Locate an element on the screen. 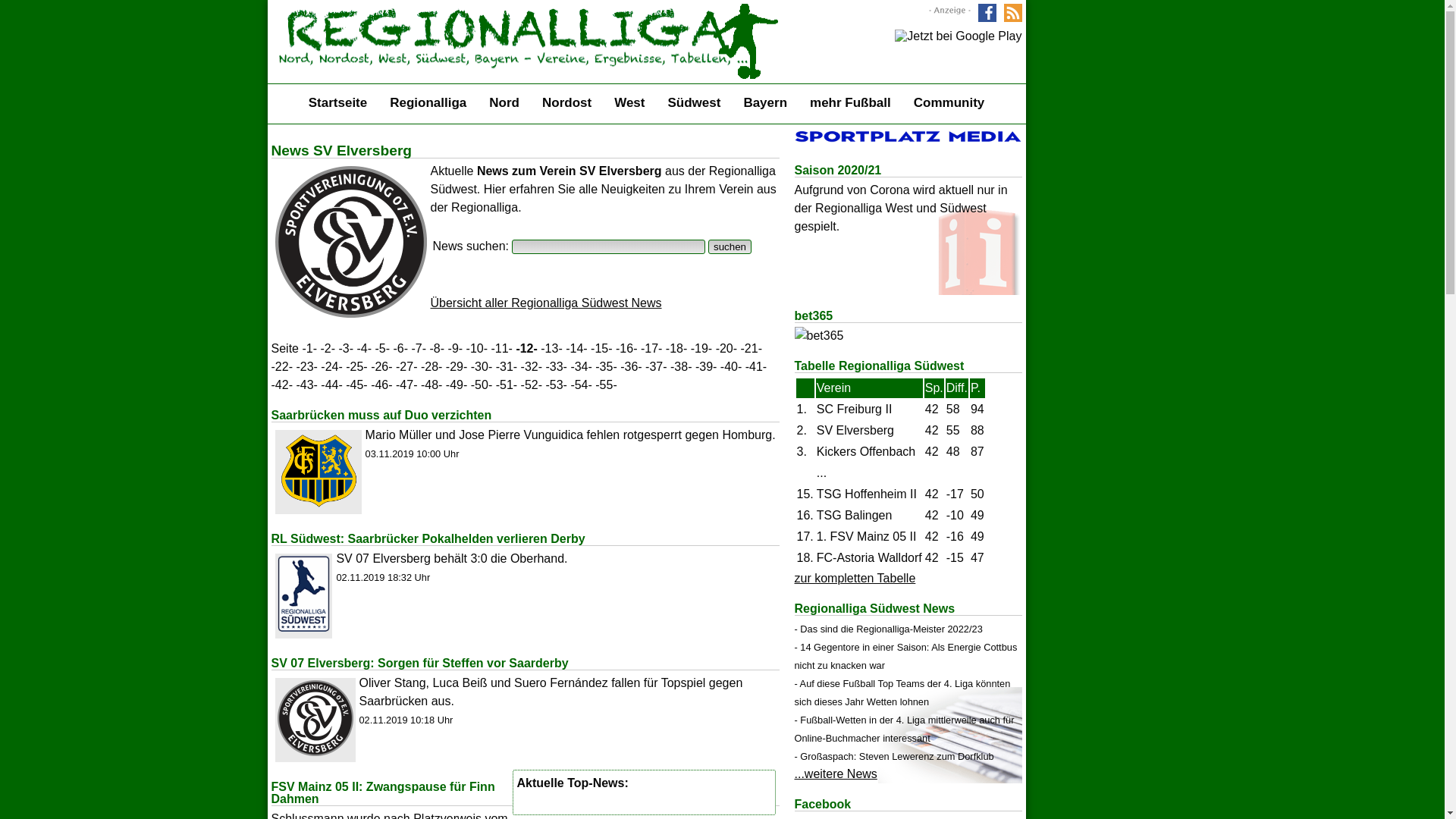 Image resolution: width=1456 pixels, height=819 pixels. '-46-' is located at coordinates (381, 384).